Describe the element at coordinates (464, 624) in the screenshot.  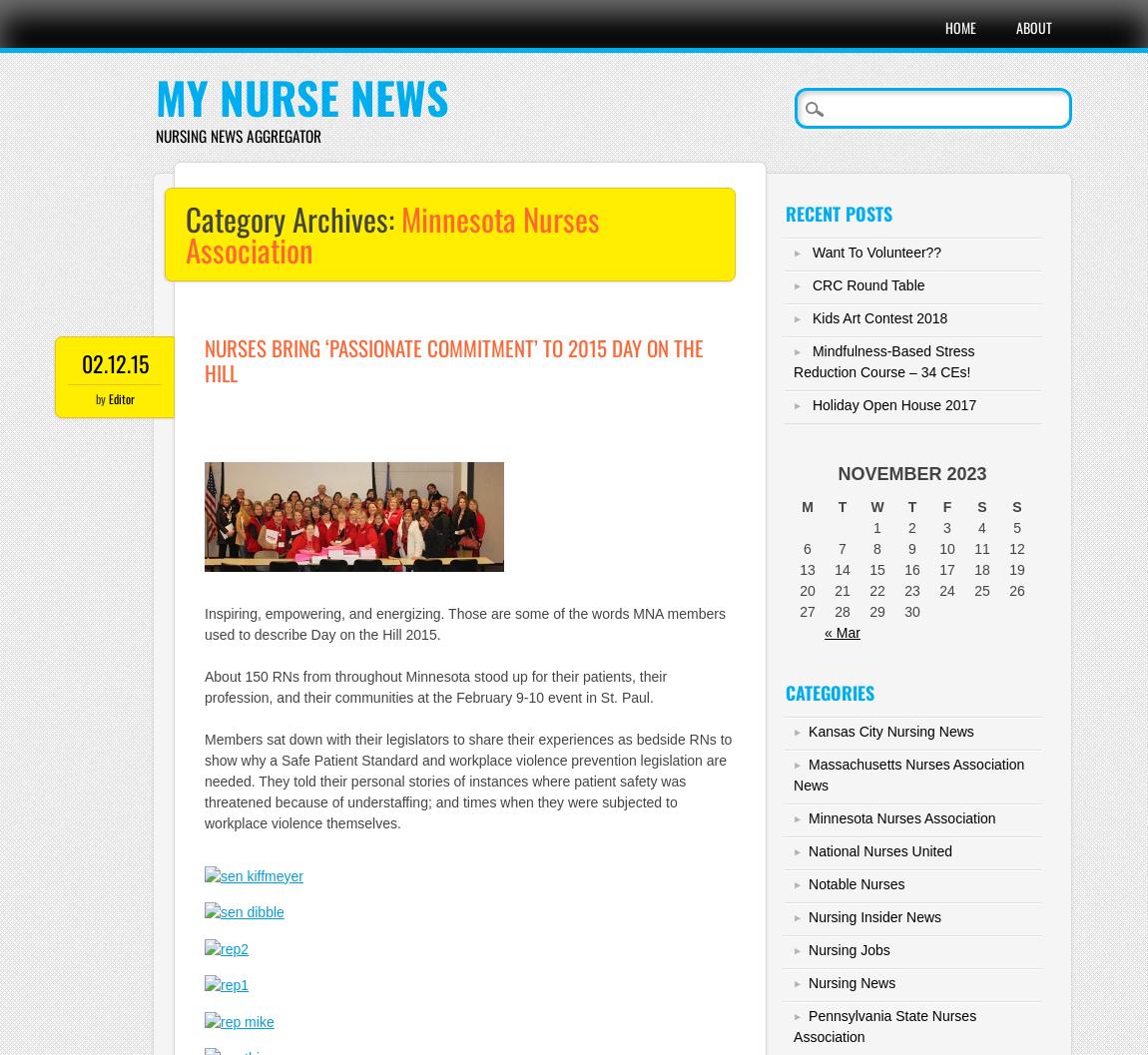
I see `'Inspiring, empowering, and energizing. Those are some of the words MNA members used to describe Day on the Hill 2015.'` at that location.